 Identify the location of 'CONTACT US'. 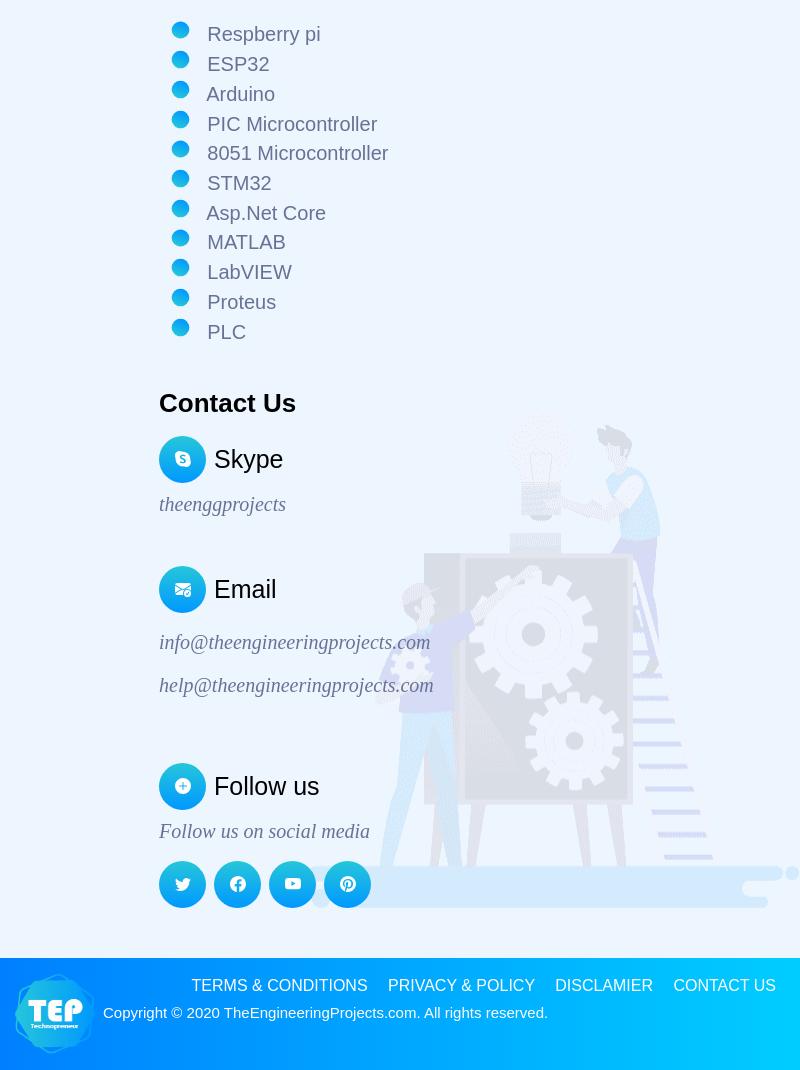
(673, 984).